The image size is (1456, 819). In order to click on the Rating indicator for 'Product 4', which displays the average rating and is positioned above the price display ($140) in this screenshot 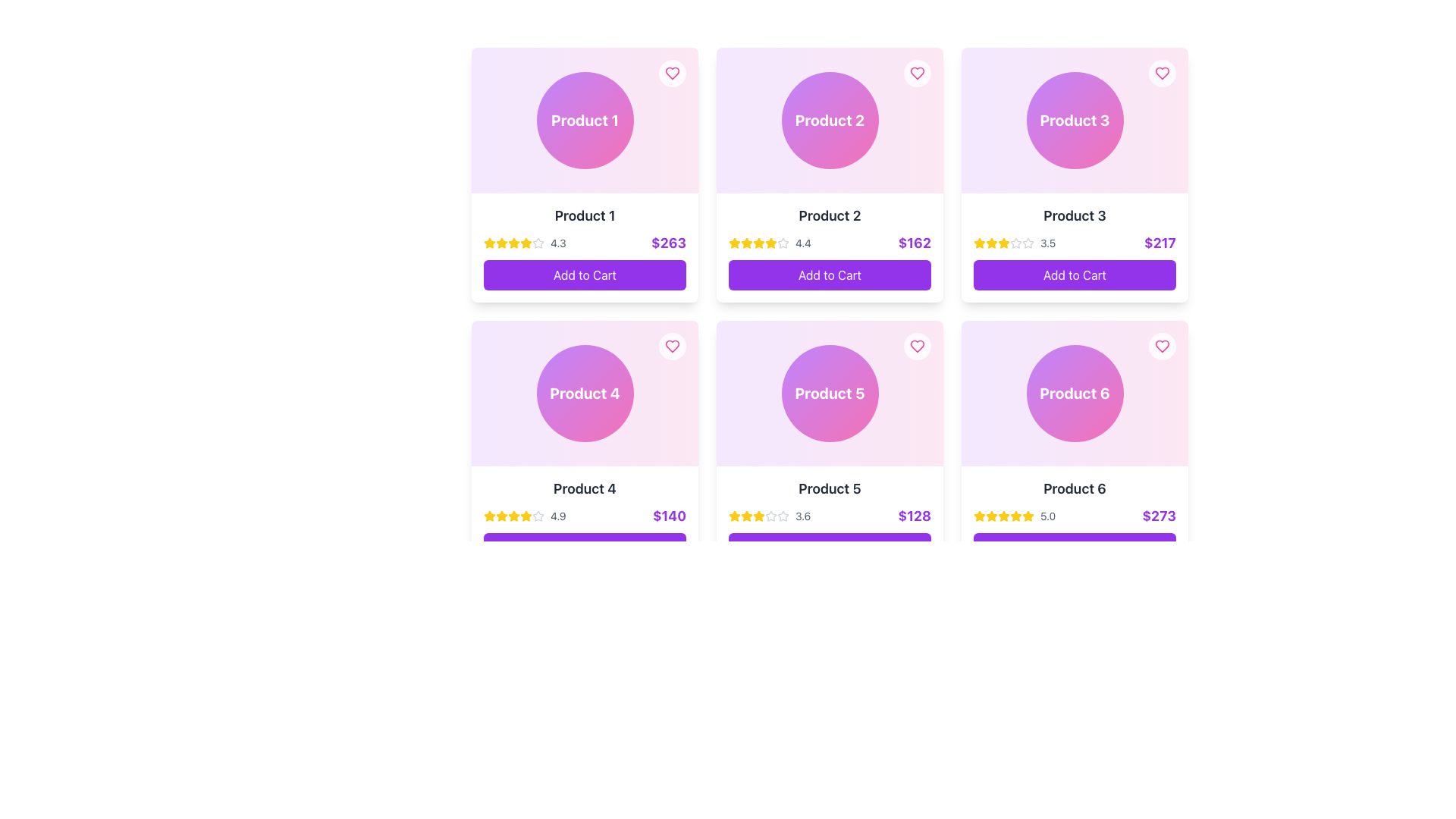, I will do `click(525, 516)`.